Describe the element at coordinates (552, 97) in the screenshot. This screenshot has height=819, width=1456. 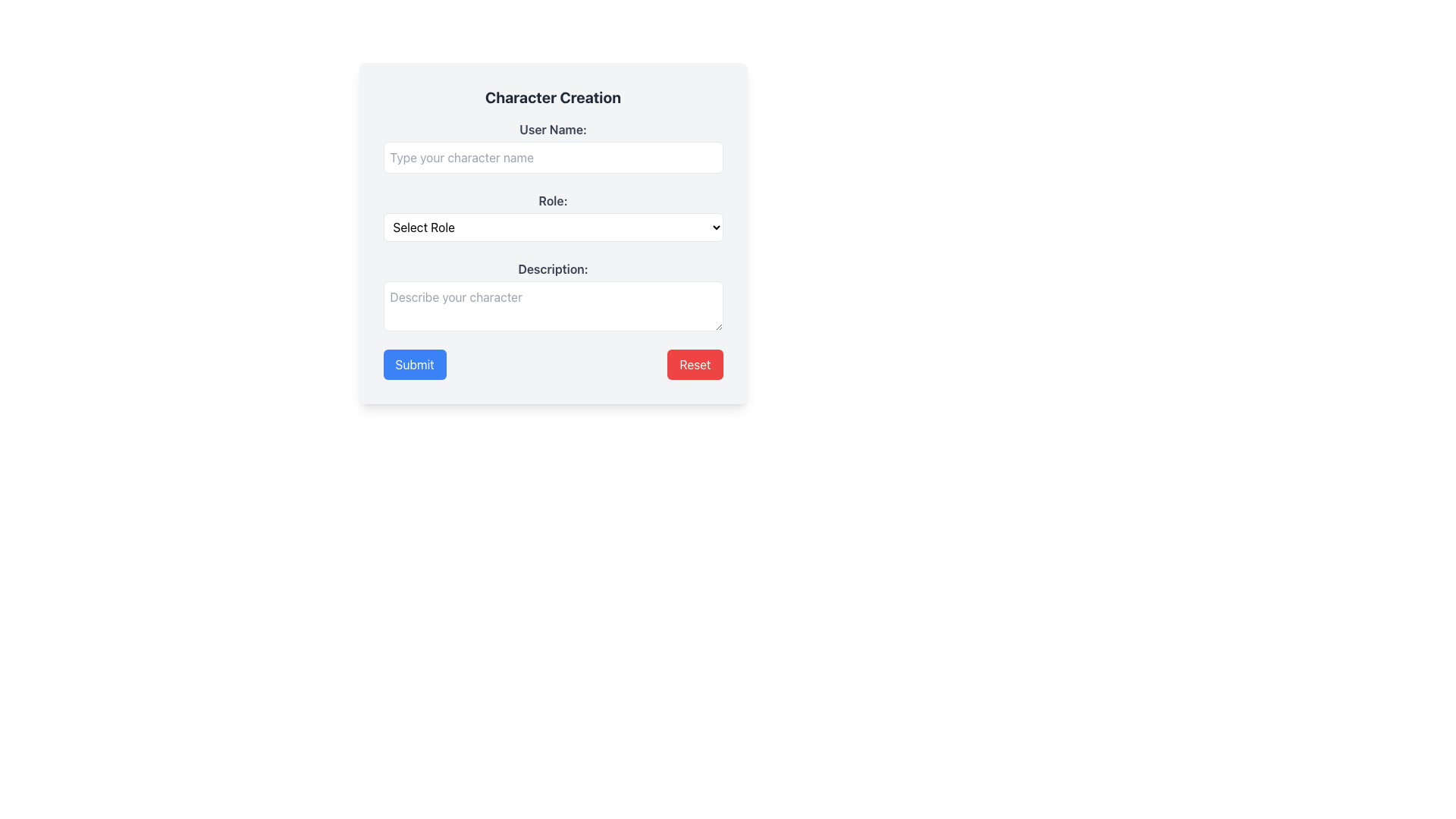
I see `the Static Text element indicating the primary action for character creation, which is positioned at the top of the card-like structure` at that location.